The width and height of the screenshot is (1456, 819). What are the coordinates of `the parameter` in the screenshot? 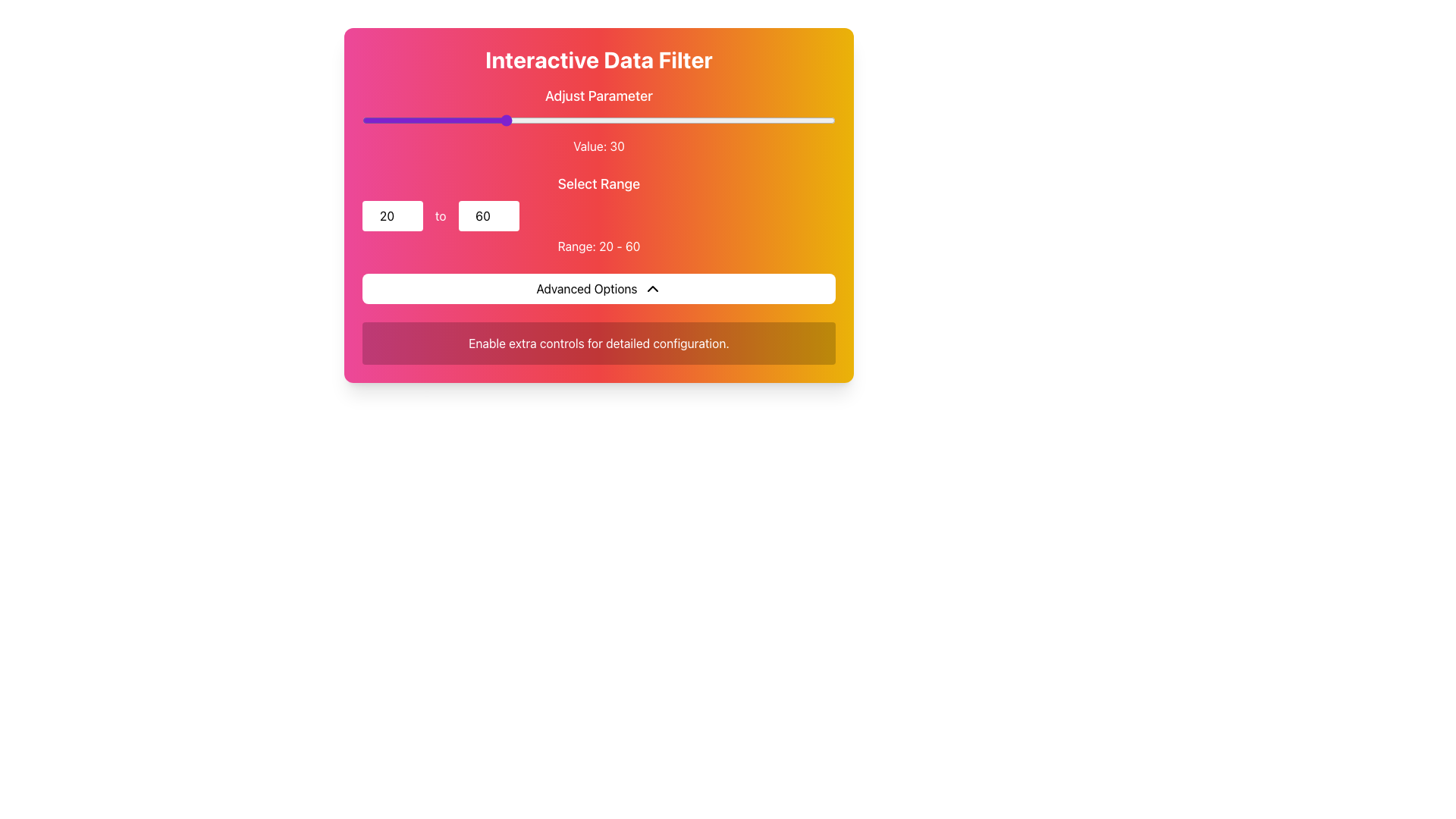 It's located at (731, 119).